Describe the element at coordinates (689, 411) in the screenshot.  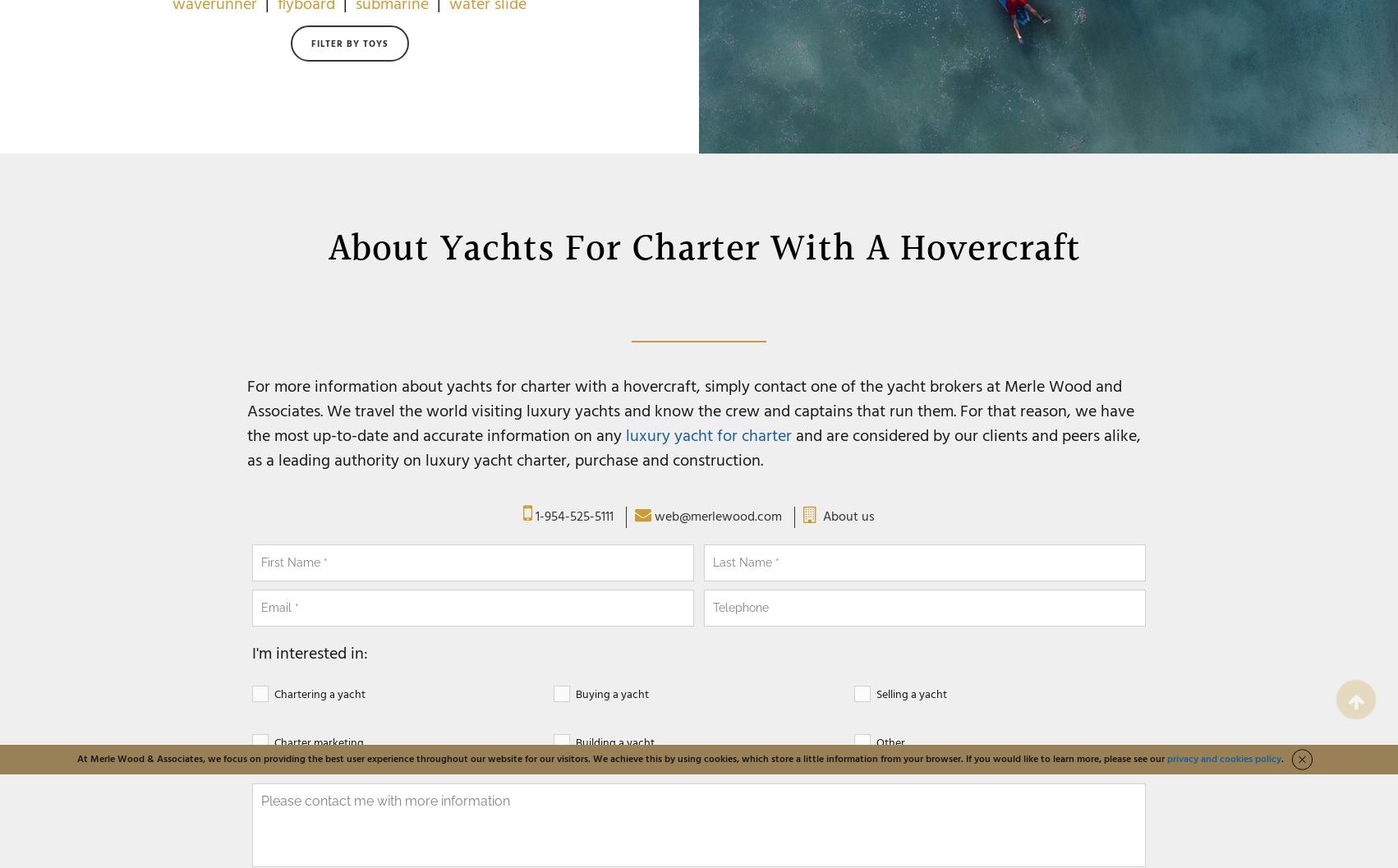
I see `'For more information about yachts for charter with a hovercraft, simply contact one of the yacht brokers at Merle Wood and Associates. We travel the world visiting luxury yachts and know the crew and captains that run them. For that reason, we have the most up-to-date and accurate information on any'` at that location.